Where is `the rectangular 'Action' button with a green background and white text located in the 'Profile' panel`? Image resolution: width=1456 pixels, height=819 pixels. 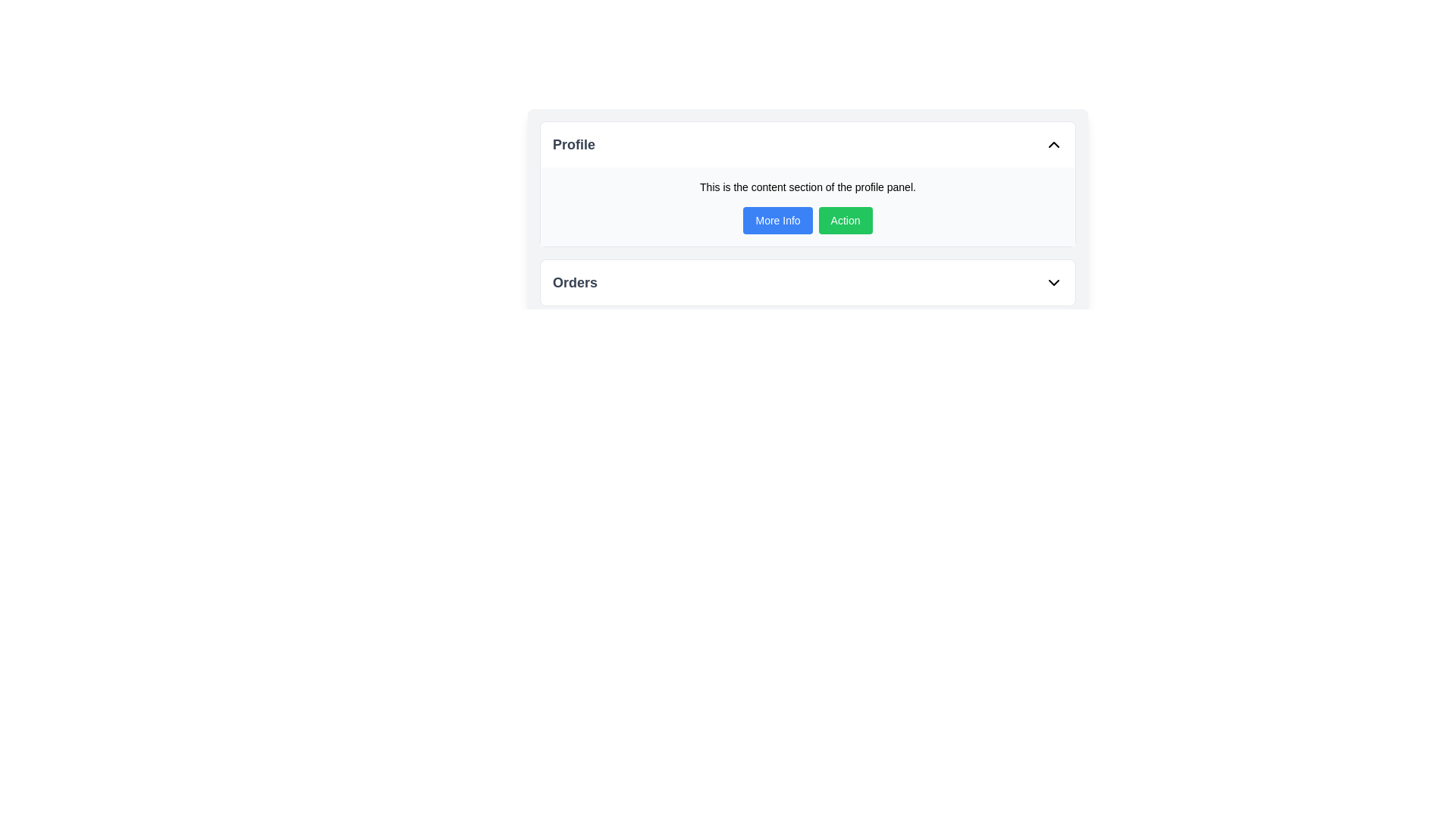
the rectangular 'Action' button with a green background and white text located in the 'Profile' panel is located at coordinates (845, 220).